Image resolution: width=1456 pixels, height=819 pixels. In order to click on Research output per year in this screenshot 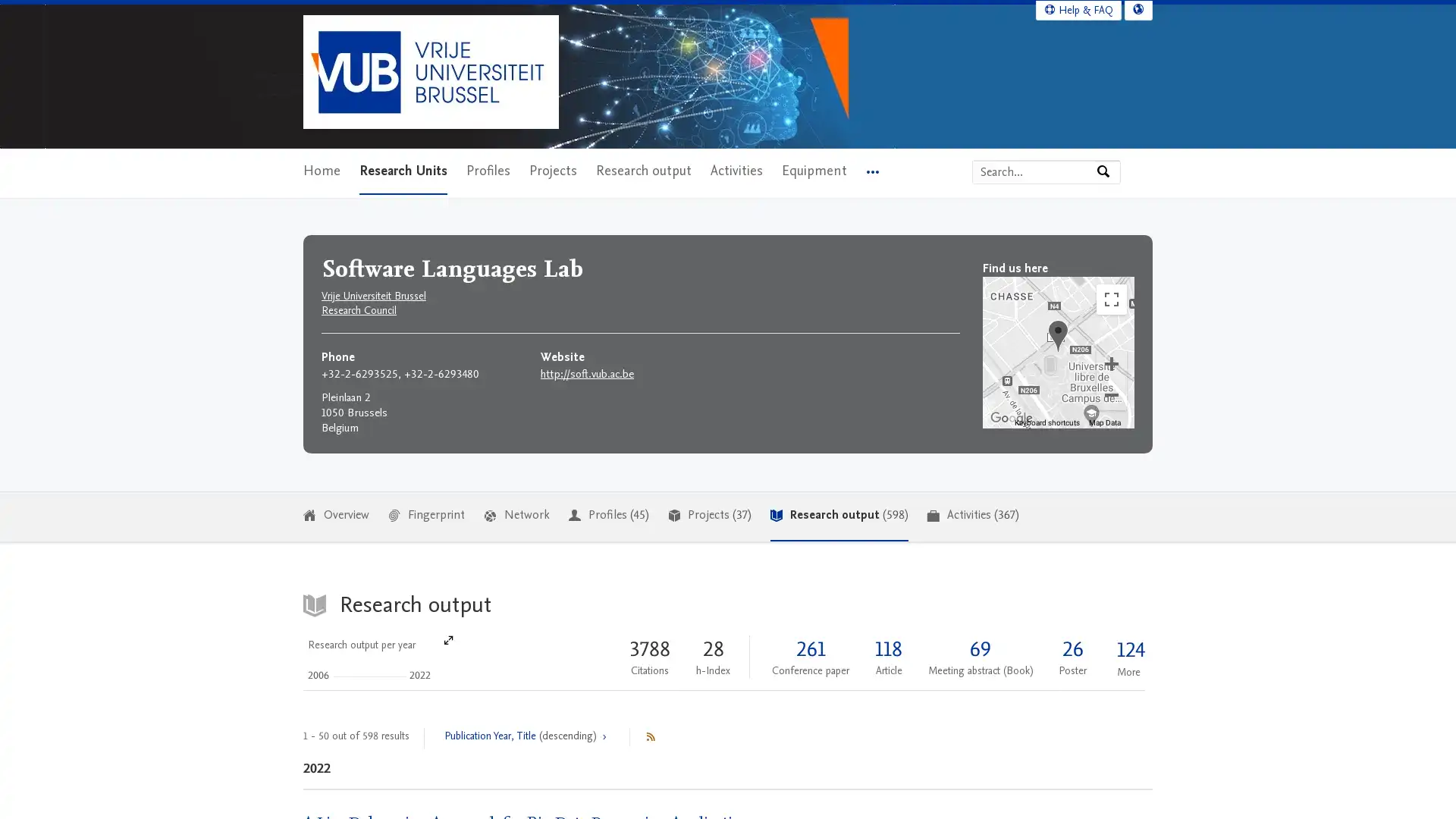, I will do `click(378, 657)`.